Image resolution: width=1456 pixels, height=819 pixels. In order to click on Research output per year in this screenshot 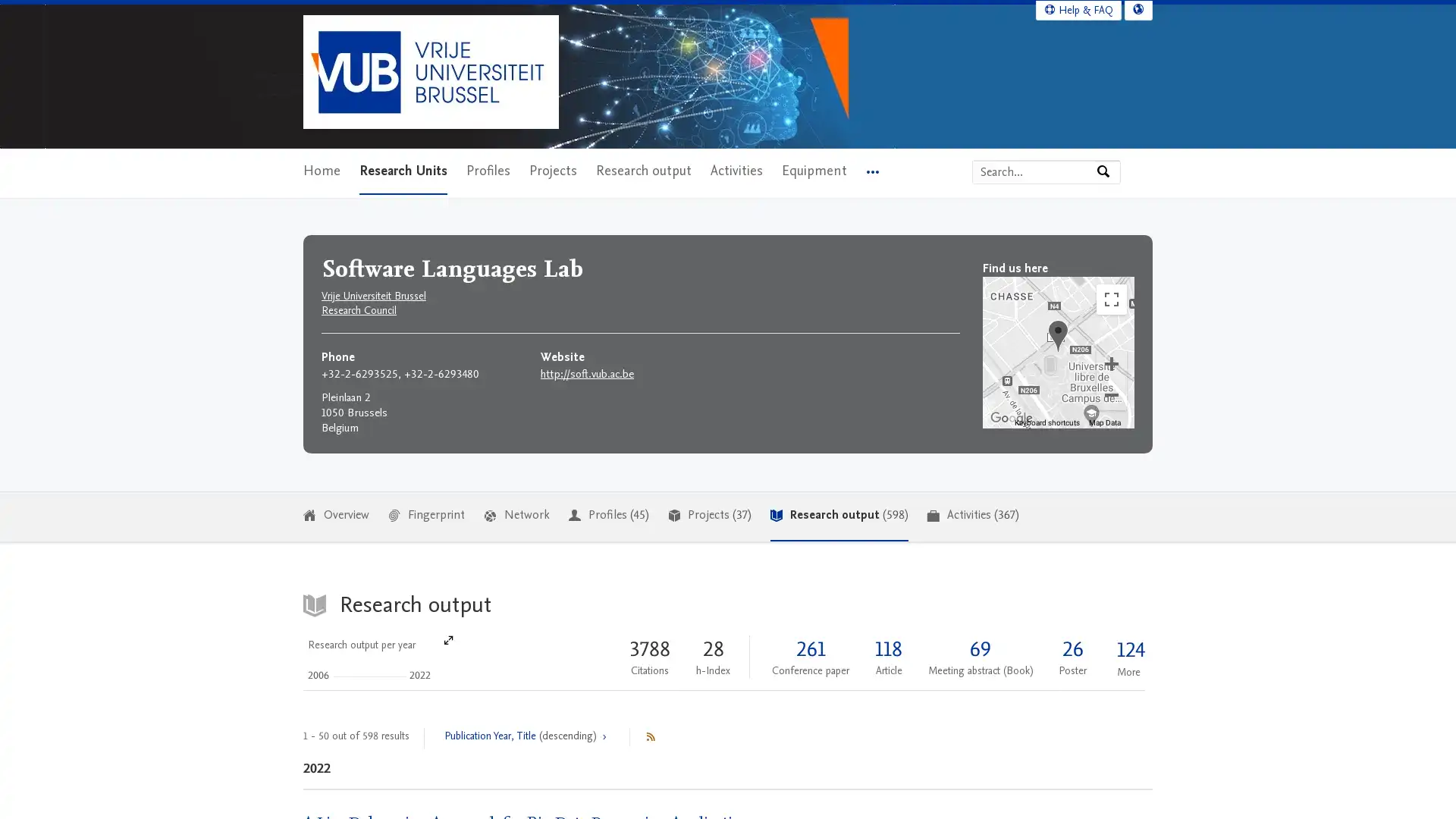, I will do `click(378, 657)`.